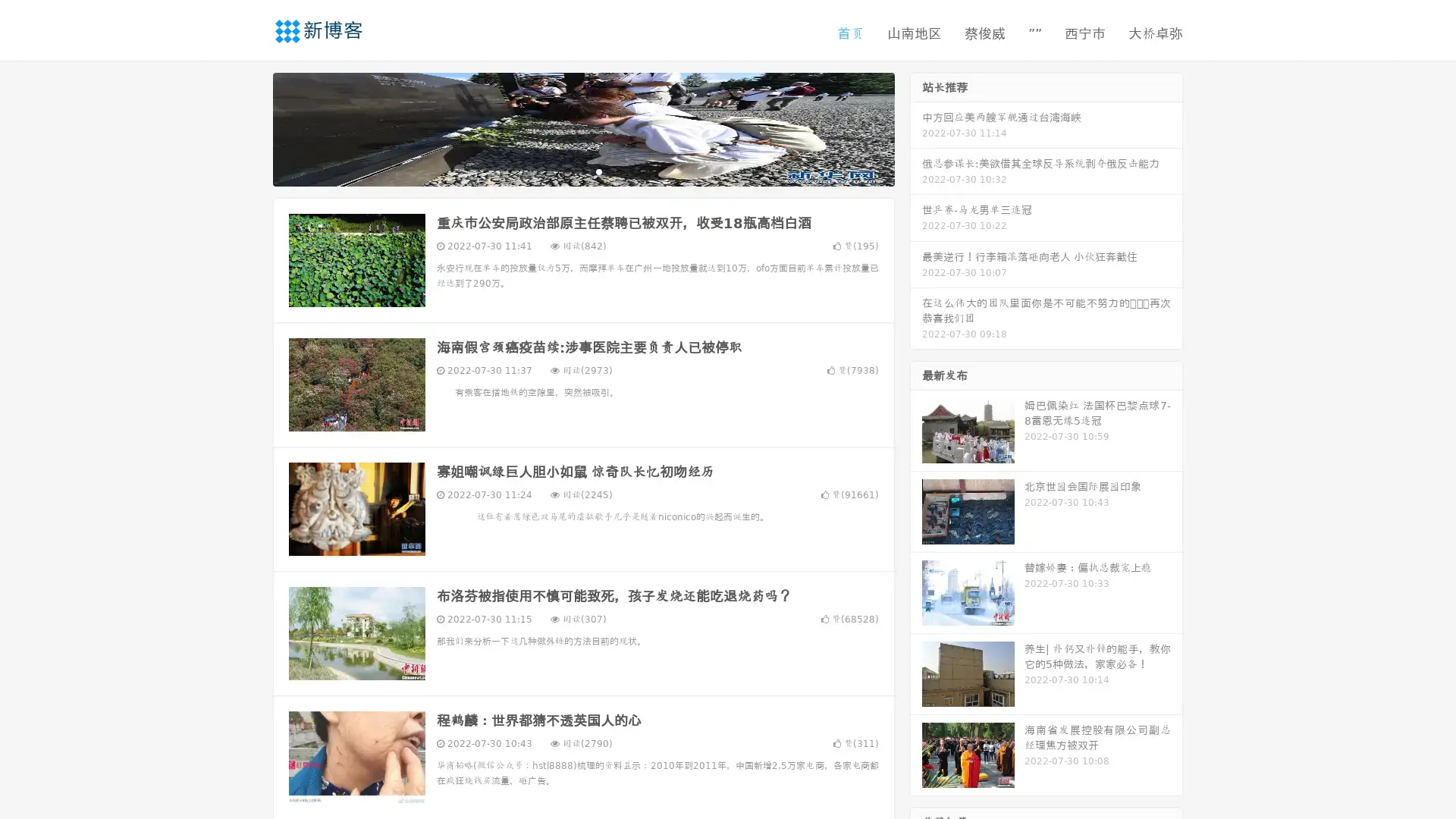  I want to click on Go to slide 3, so click(598, 171).